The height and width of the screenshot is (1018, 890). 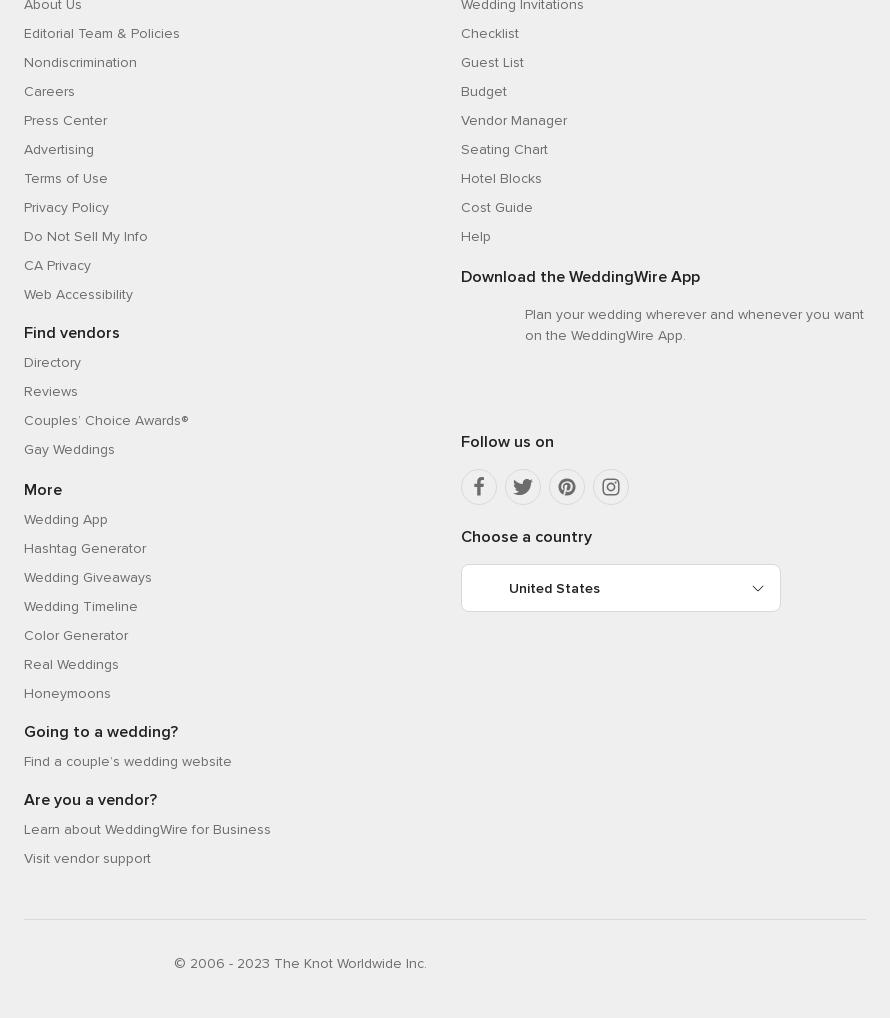 I want to click on 'Wedding Giveaways', so click(x=24, y=576).